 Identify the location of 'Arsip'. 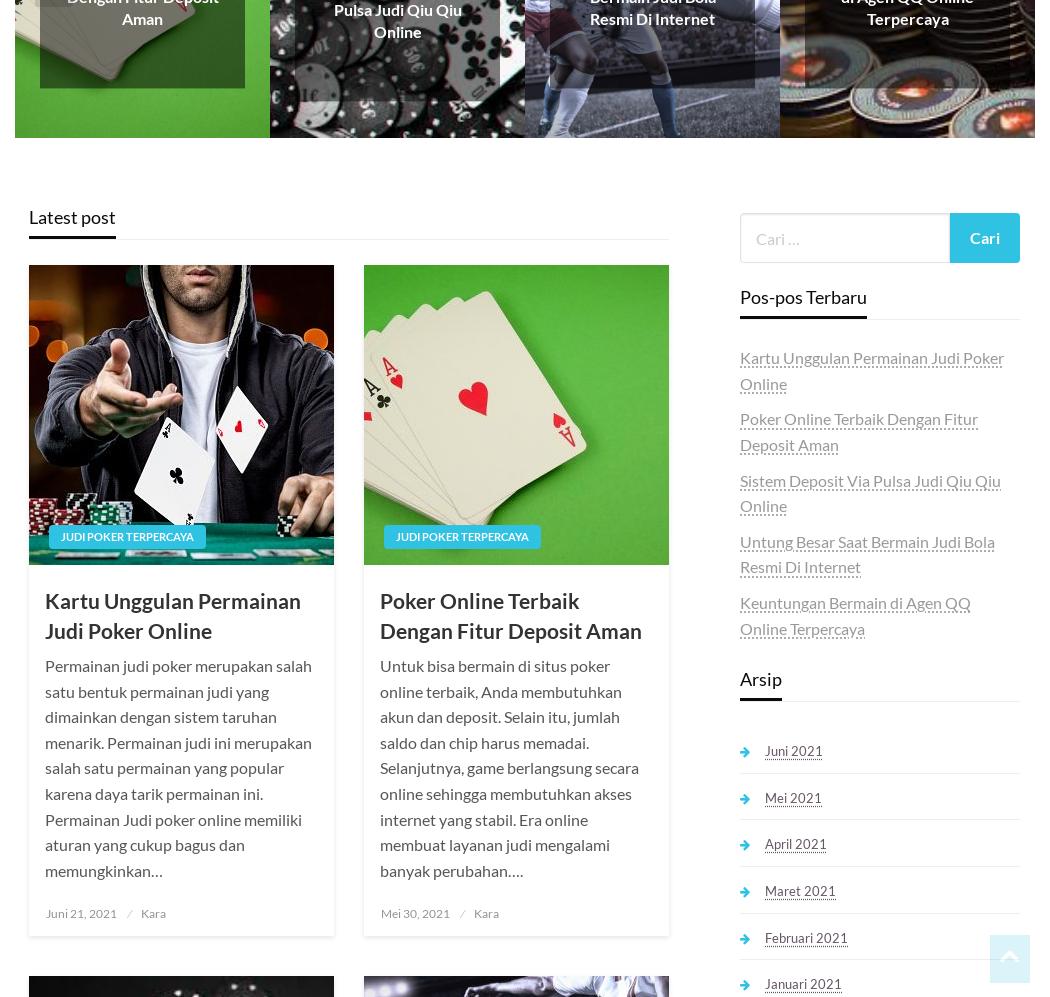
(761, 678).